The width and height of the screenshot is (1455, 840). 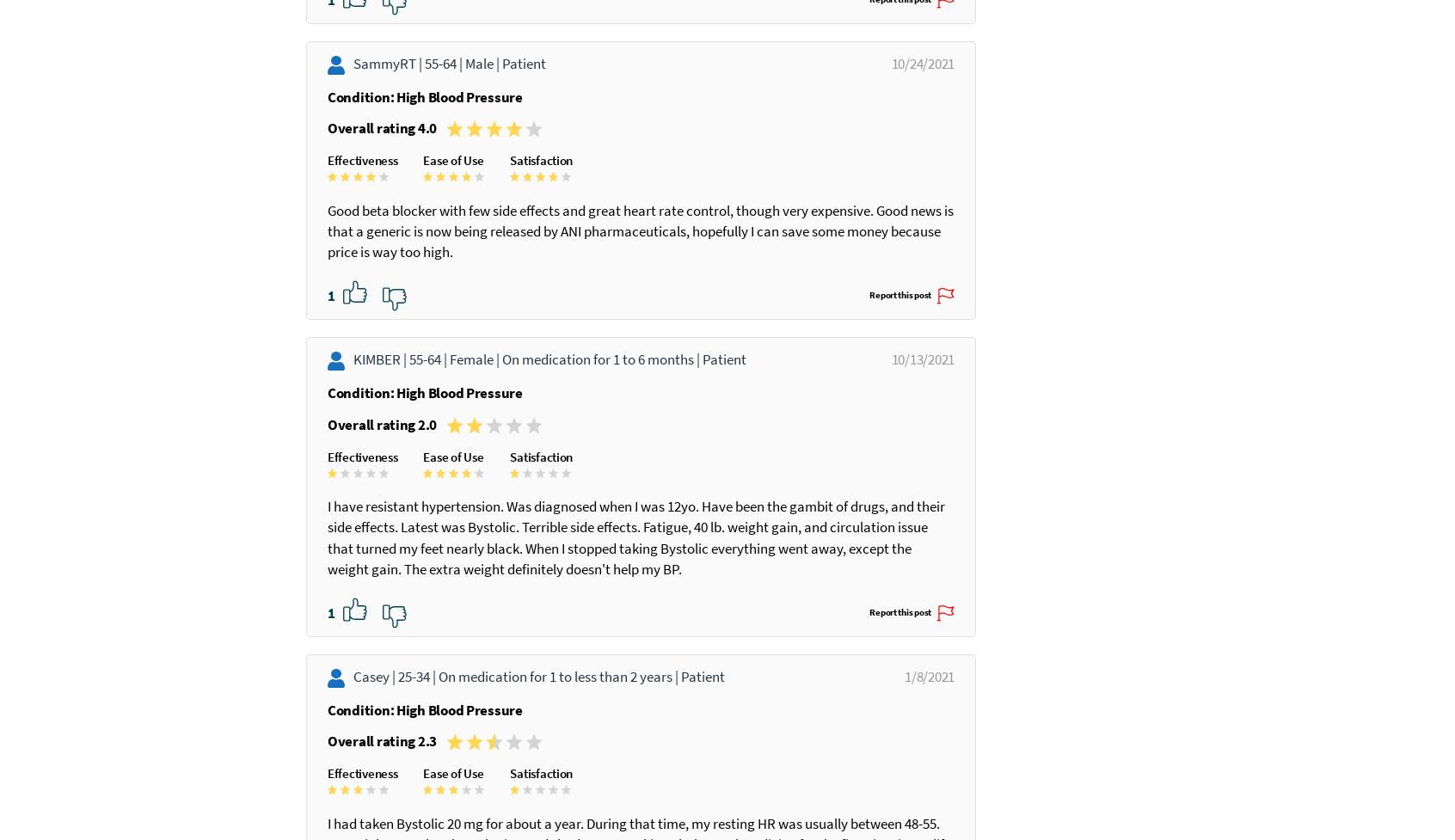 I want to click on '10/13/2021', so click(x=868, y=401).